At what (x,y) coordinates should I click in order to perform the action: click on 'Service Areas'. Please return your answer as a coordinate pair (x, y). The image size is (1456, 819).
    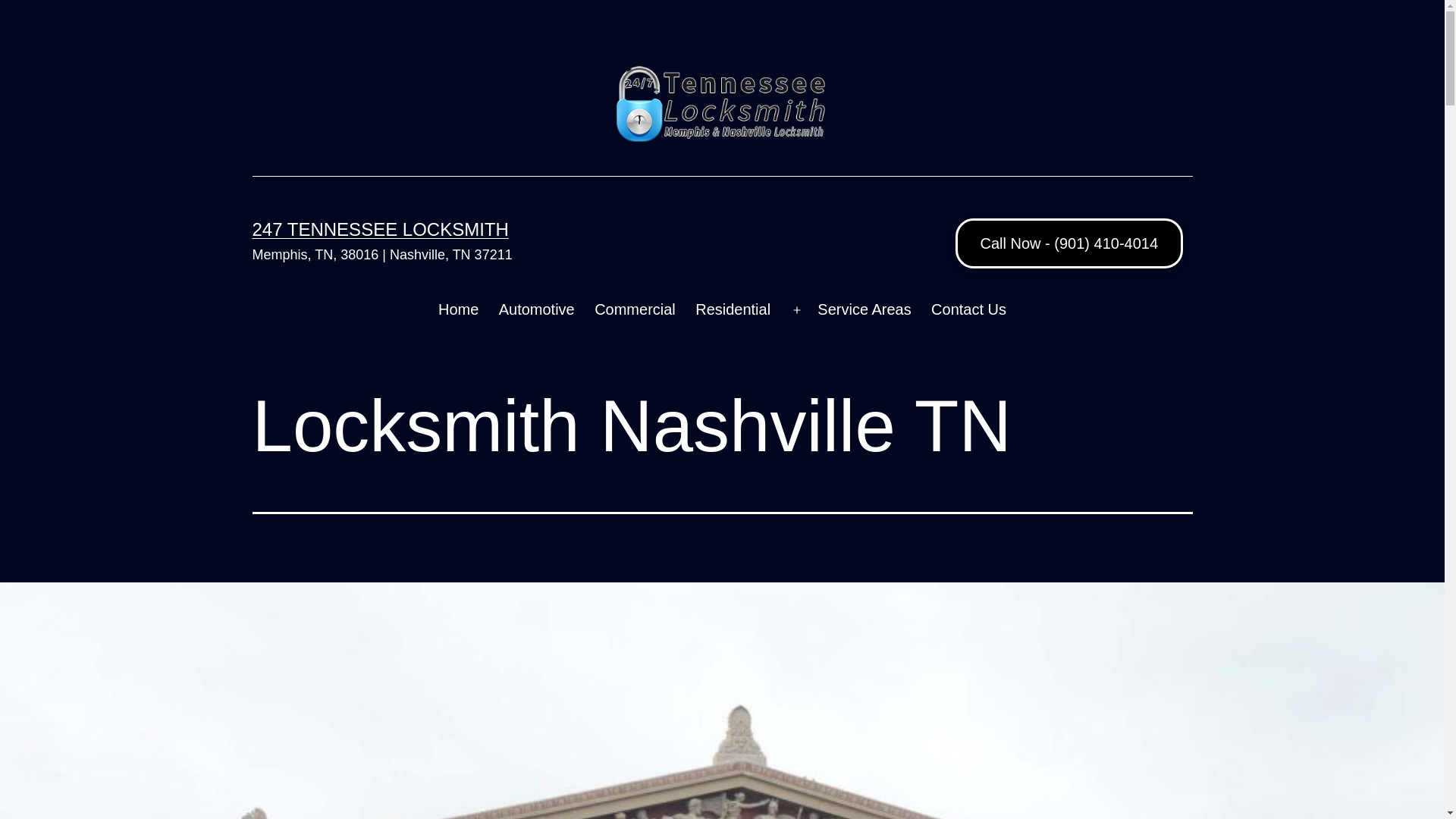
    Looking at the image, I should click on (864, 309).